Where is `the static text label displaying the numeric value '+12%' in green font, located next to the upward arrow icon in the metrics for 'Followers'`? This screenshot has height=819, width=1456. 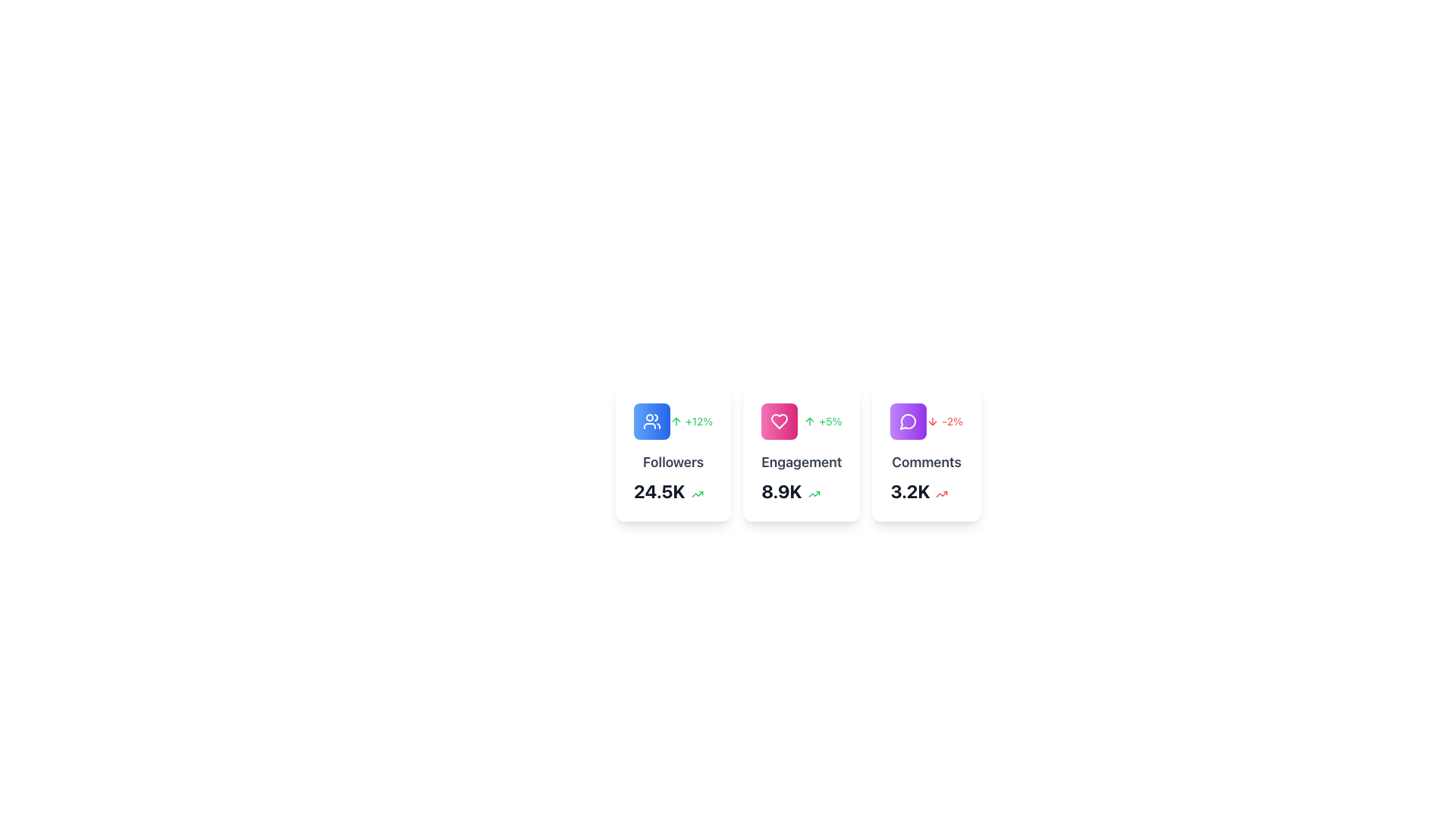 the static text label displaying the numeric value '+12%' in green font, located next to the upward arrow icon in the metrics for 'Followers' is located at coordinates (698, 421).